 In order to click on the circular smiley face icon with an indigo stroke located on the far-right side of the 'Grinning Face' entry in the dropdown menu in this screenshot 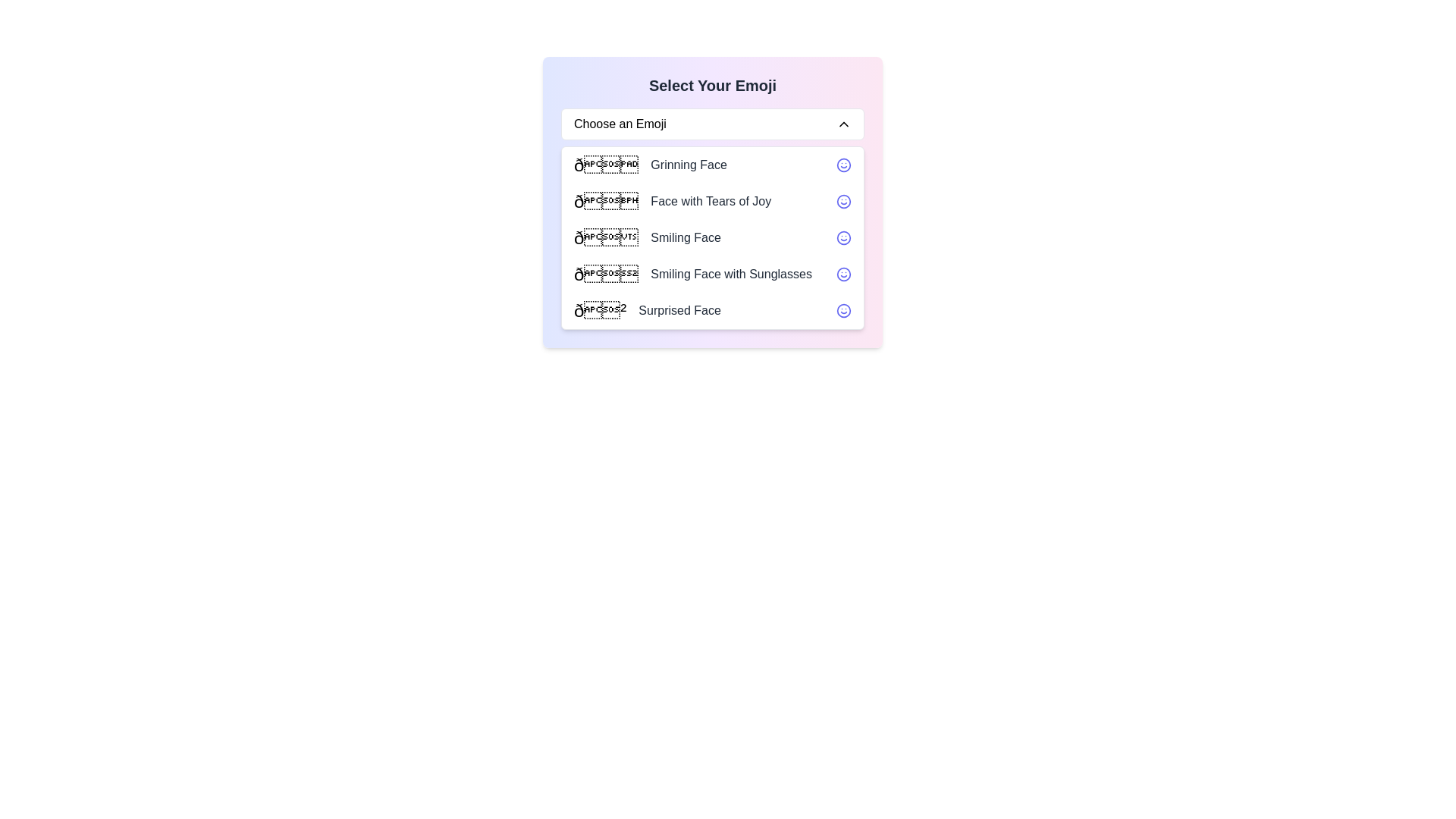, I will do `click(843, 165)`.